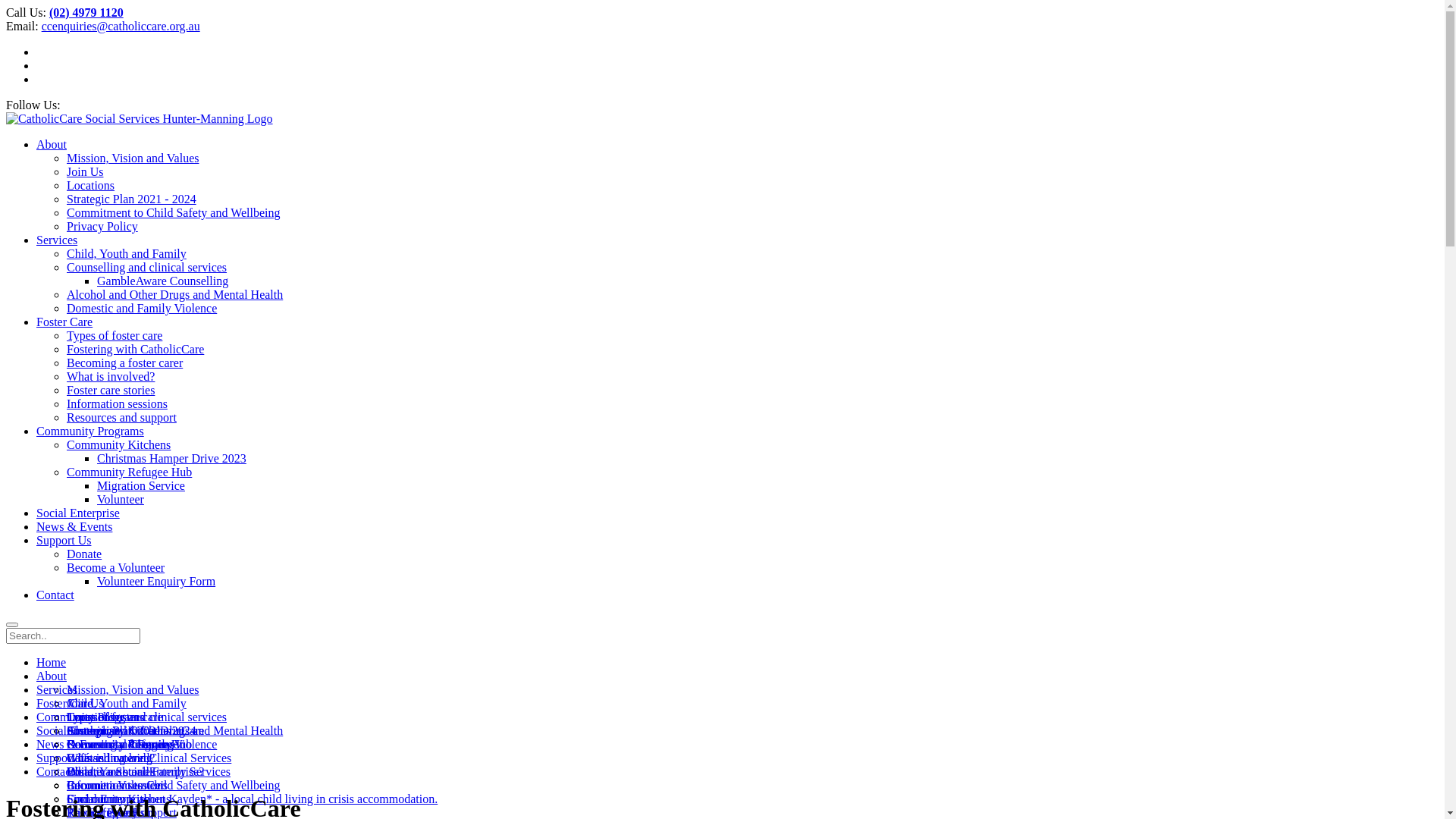 The image size is (1456, 819). What do you see at coordinates (65, 785) in the screenshot?
I see `'Commitment to Child Safety and Wellbeing'` at bounding box center [65, 785].